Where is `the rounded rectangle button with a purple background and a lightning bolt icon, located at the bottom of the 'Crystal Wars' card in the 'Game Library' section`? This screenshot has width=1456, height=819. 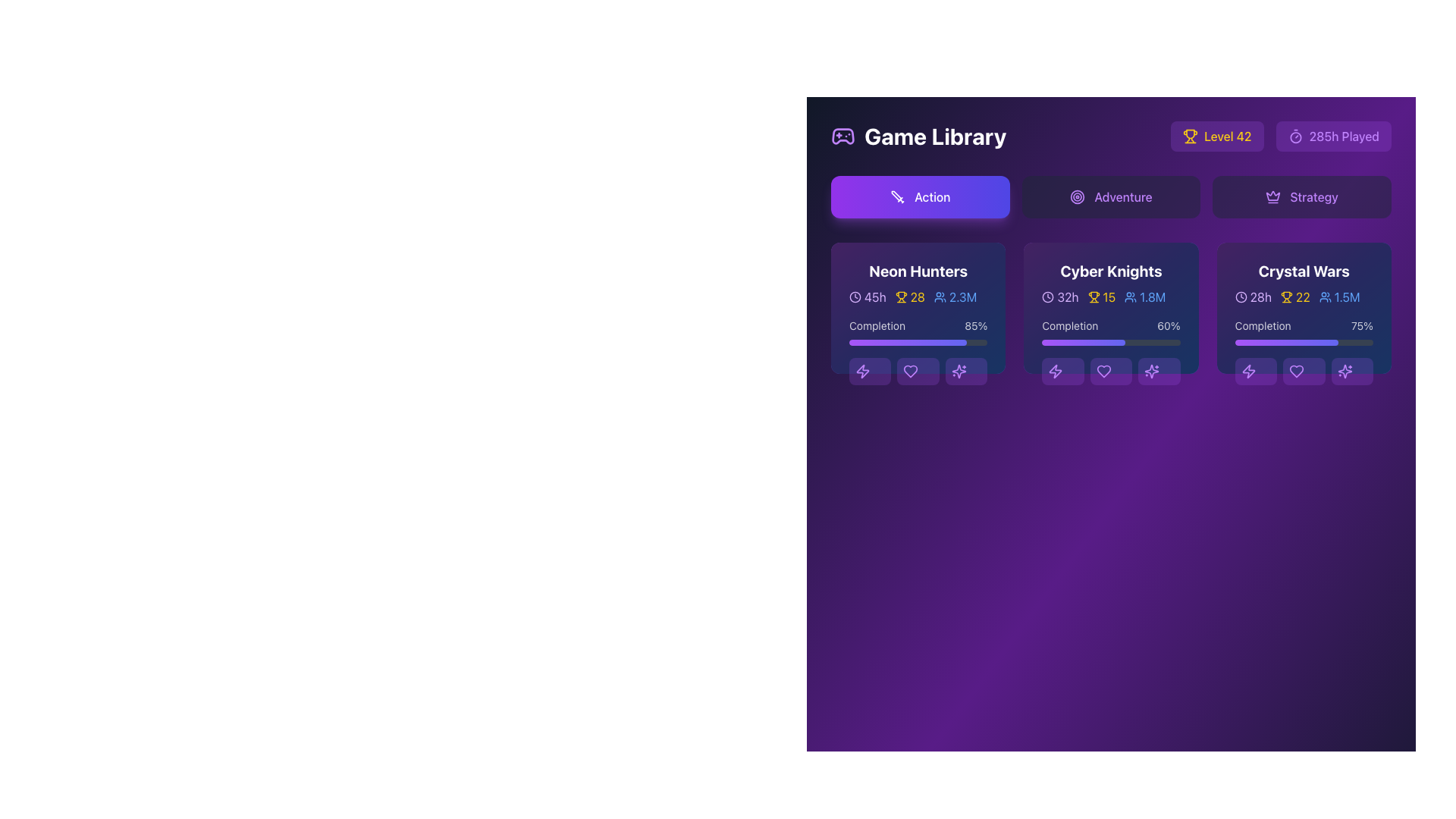 the rounded rectangle button with a purple background and a lightning bolt icon, located at the bottom of the 'Crystal Wars' card in the 'Game Library' section is located at coordinates (1256, 371).